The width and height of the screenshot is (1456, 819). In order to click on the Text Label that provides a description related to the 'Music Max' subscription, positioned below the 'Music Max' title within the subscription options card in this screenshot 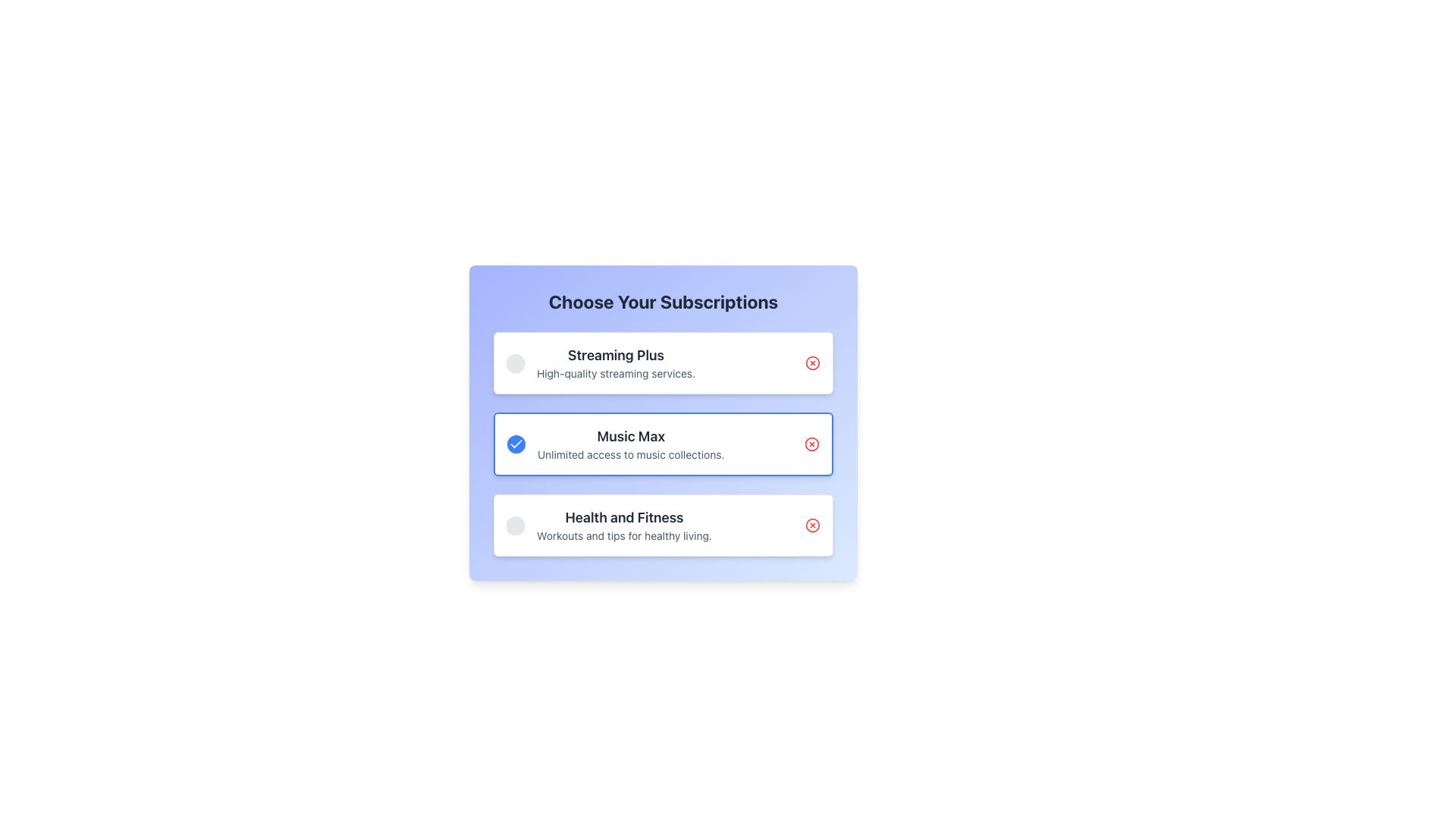, I will do `click(631, 454)`.